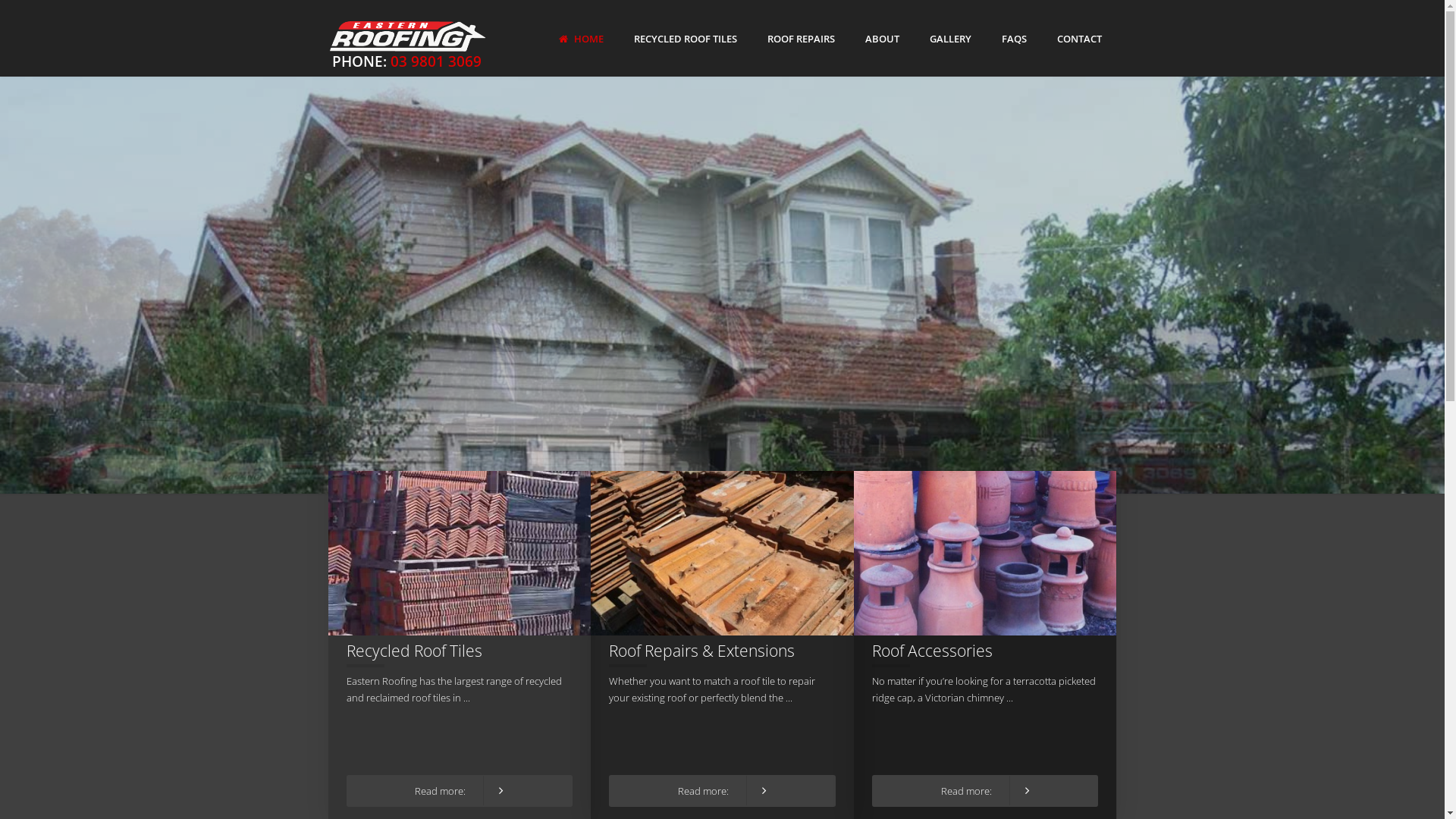 The image size is (1456, 819). I want to click on 'Read more:', so click(720, 789).